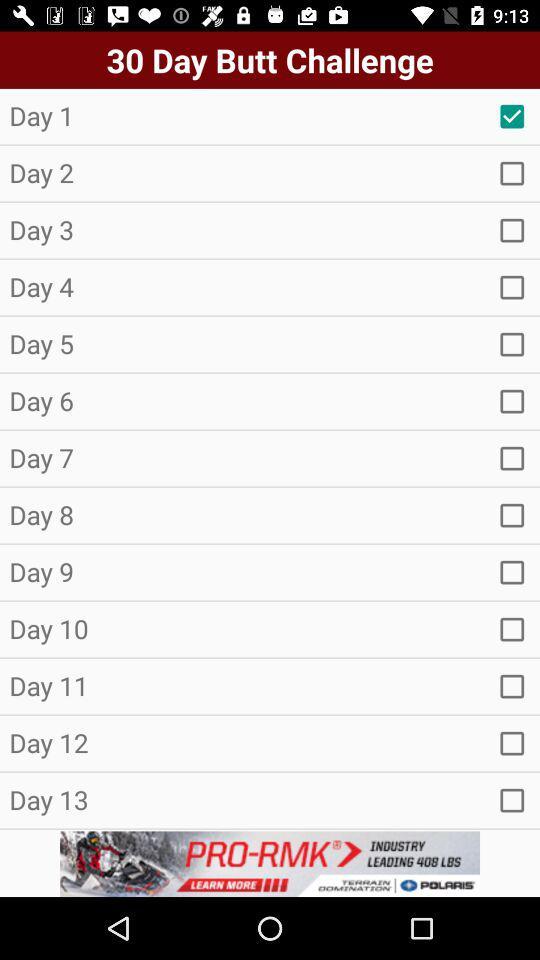 The image size is (540, 960). Describe the element at coordinates (512, 286) in the screenshot. I see `button` at that location.